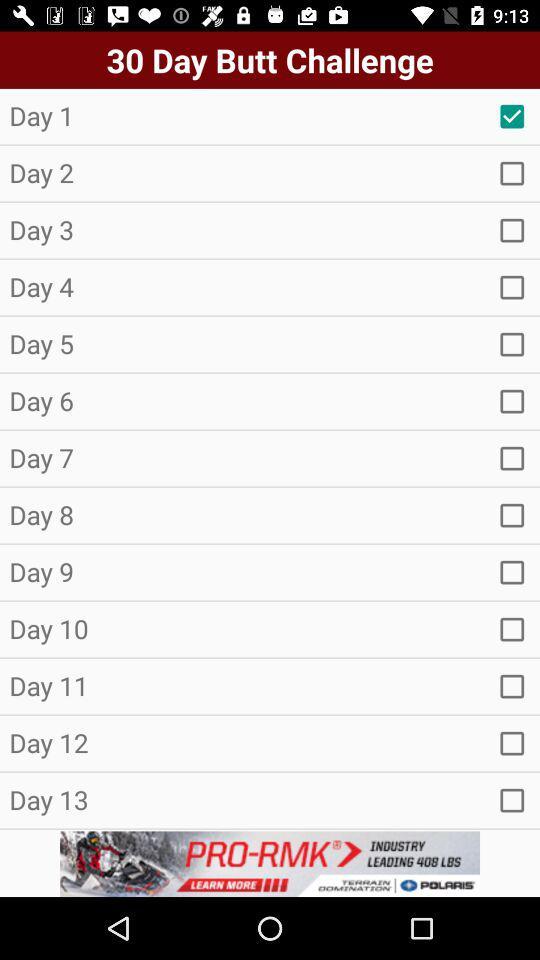 The image size is (540, 960). Describe the element at coordinates (512, 286) in the screenshot. I see `button` at that location.